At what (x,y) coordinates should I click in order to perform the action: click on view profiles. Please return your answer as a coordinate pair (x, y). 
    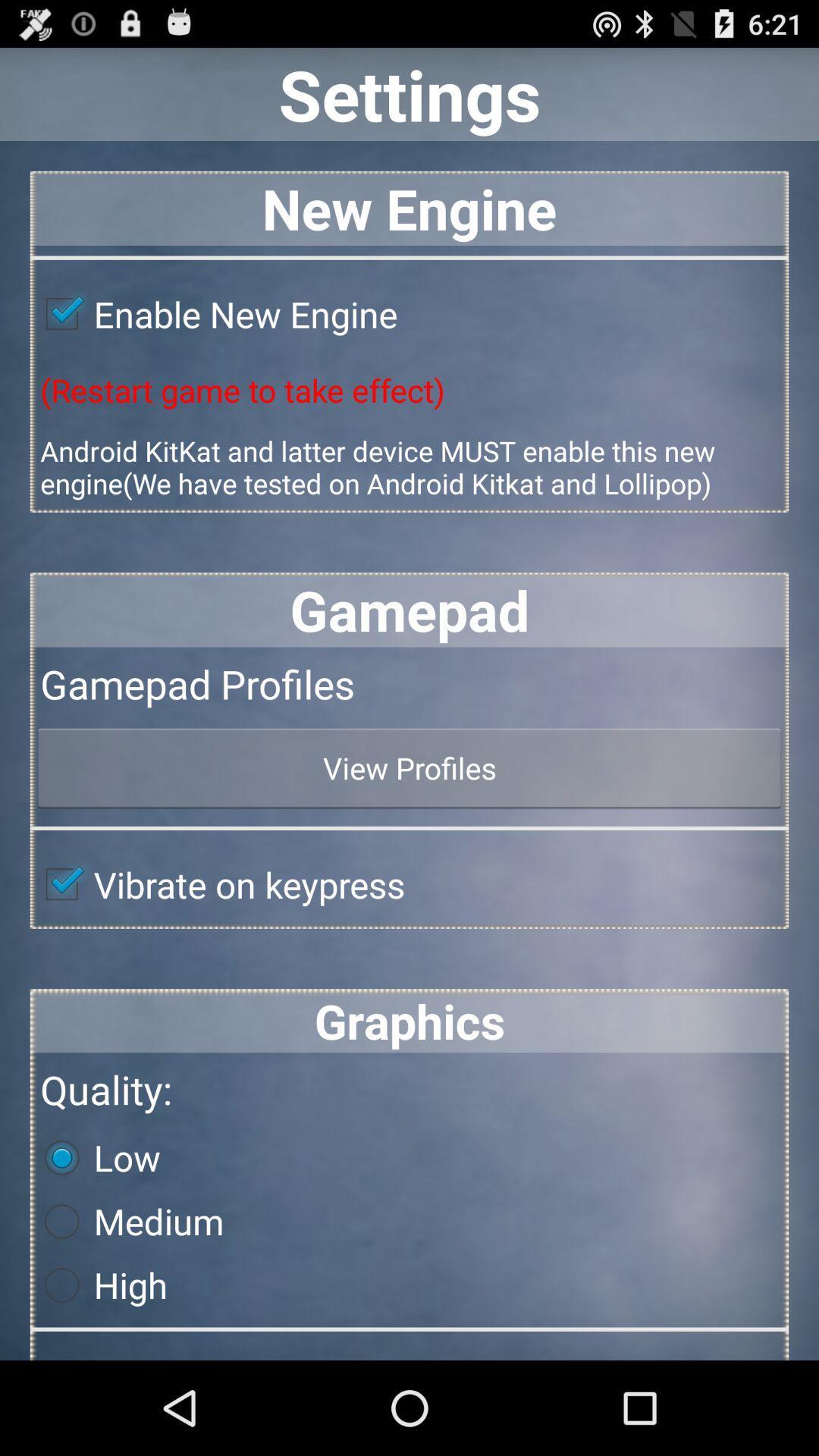
    Looking at the image, I should click on (409, 767).